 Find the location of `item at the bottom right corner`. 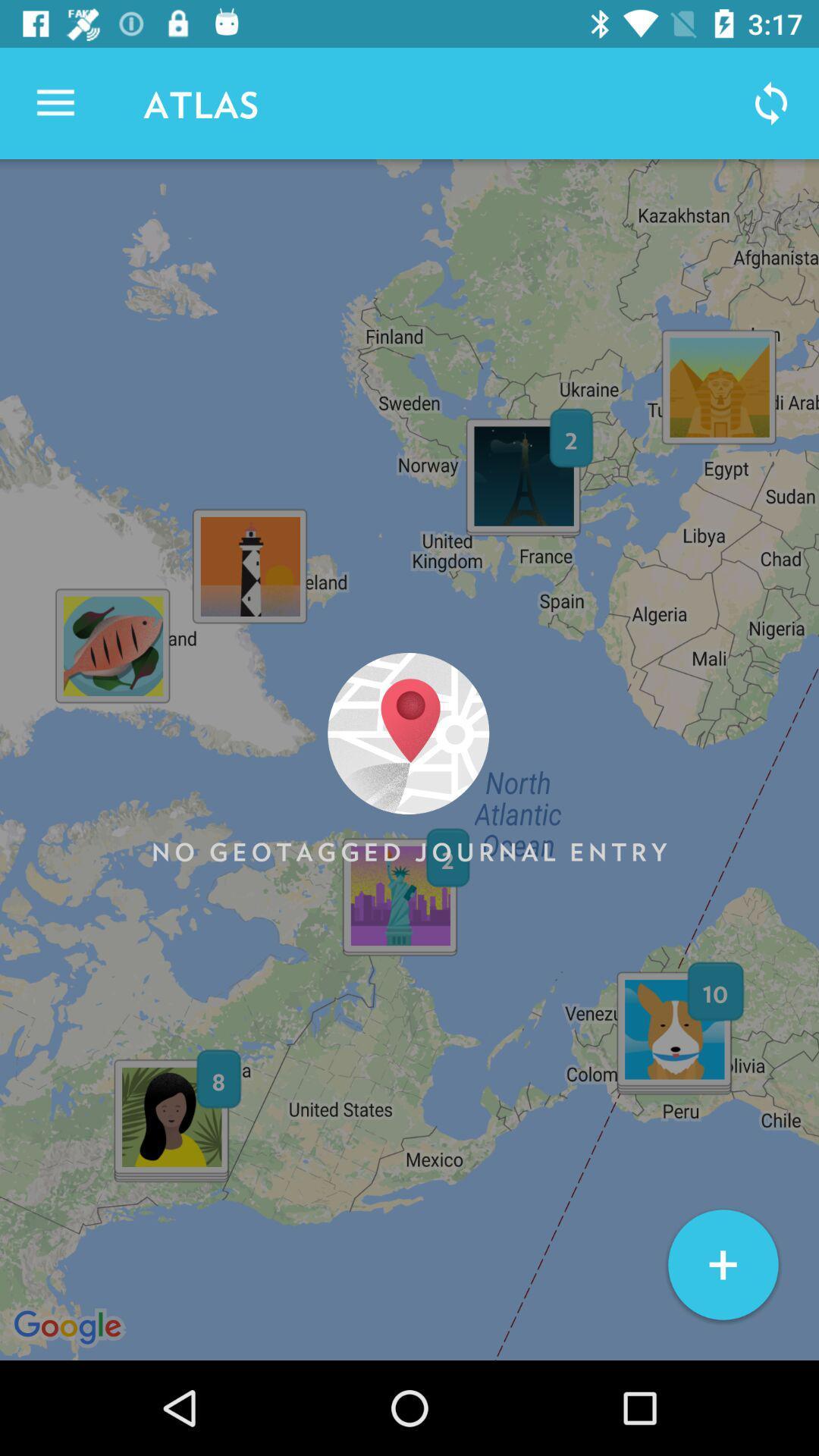

item at the bottom right corner is located at coordinates (722, 1265).